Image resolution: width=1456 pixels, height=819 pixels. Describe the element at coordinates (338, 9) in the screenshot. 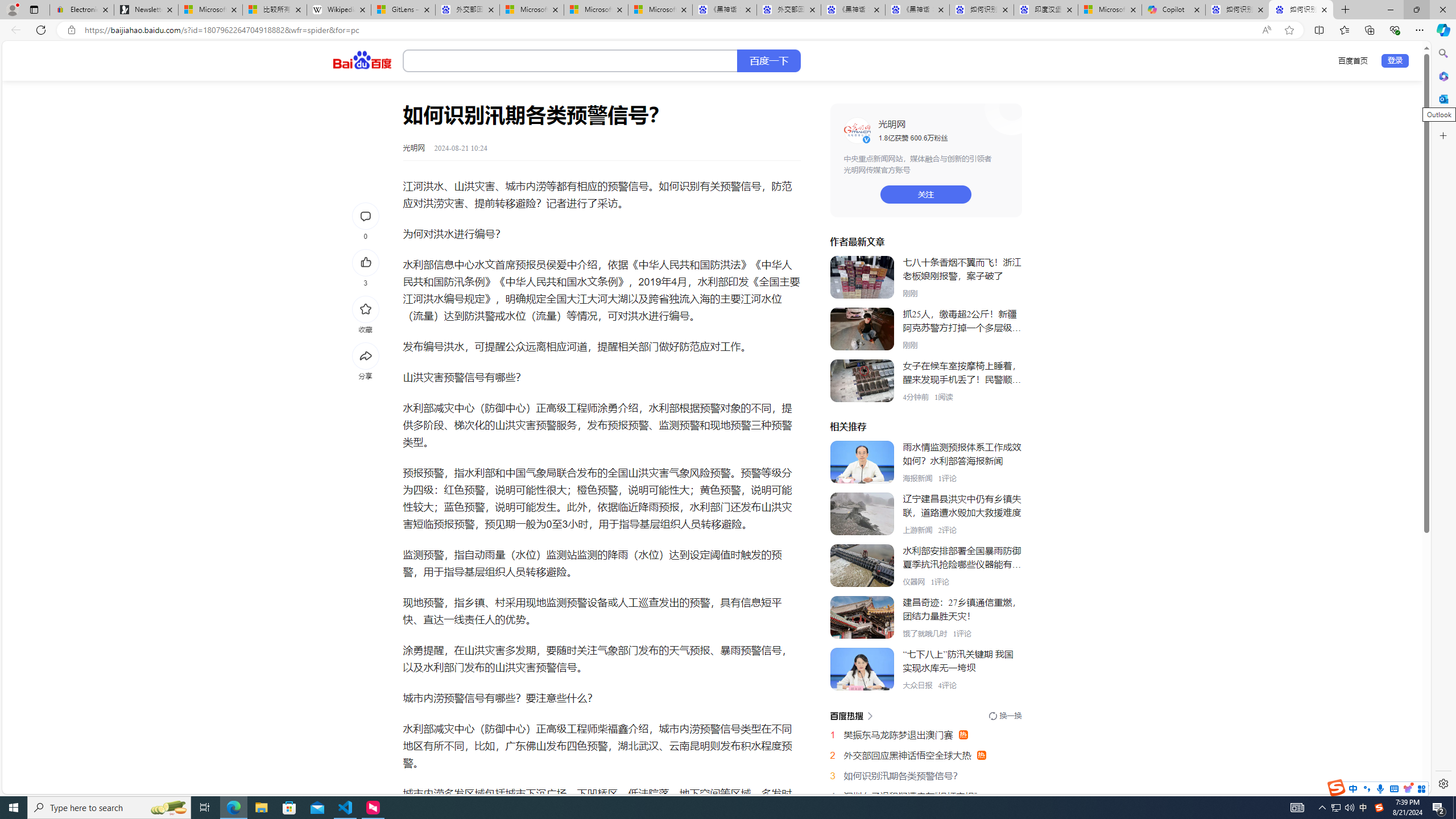

I see `'Wikipedia'` at that location.